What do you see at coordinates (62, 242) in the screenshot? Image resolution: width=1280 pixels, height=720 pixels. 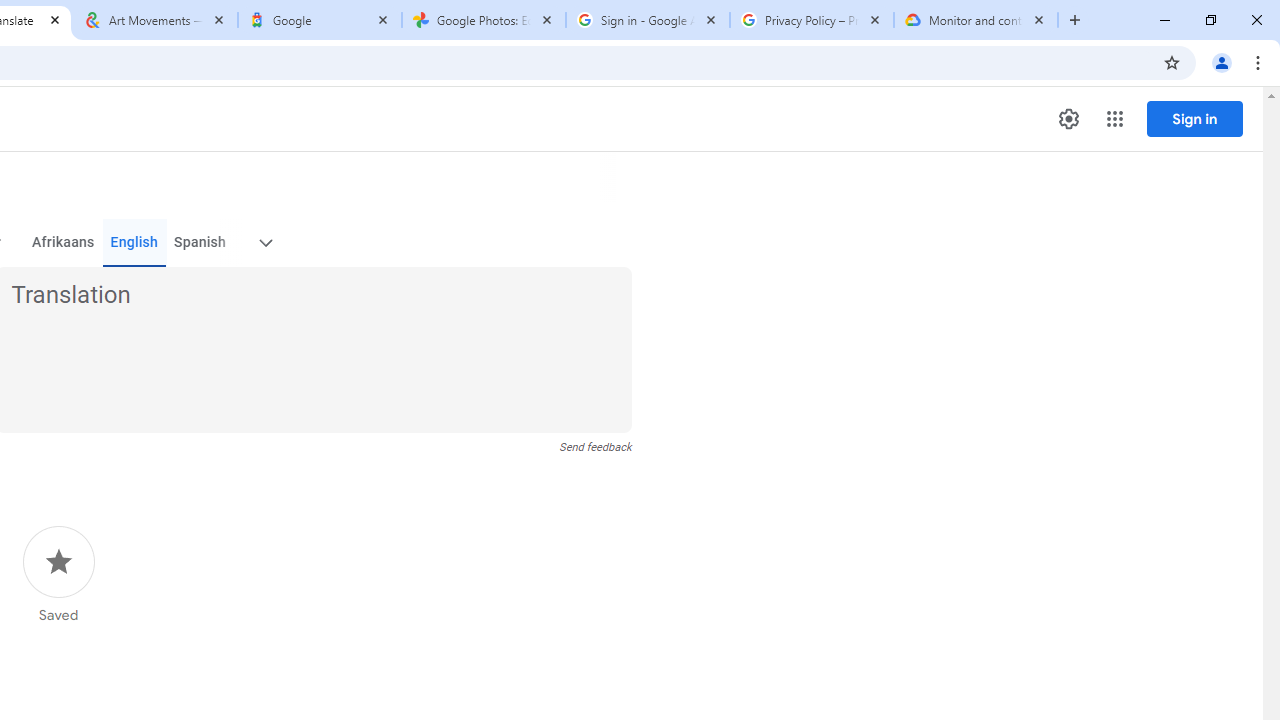 I see `'Afrikaans'` at bounding box center [62, 242].